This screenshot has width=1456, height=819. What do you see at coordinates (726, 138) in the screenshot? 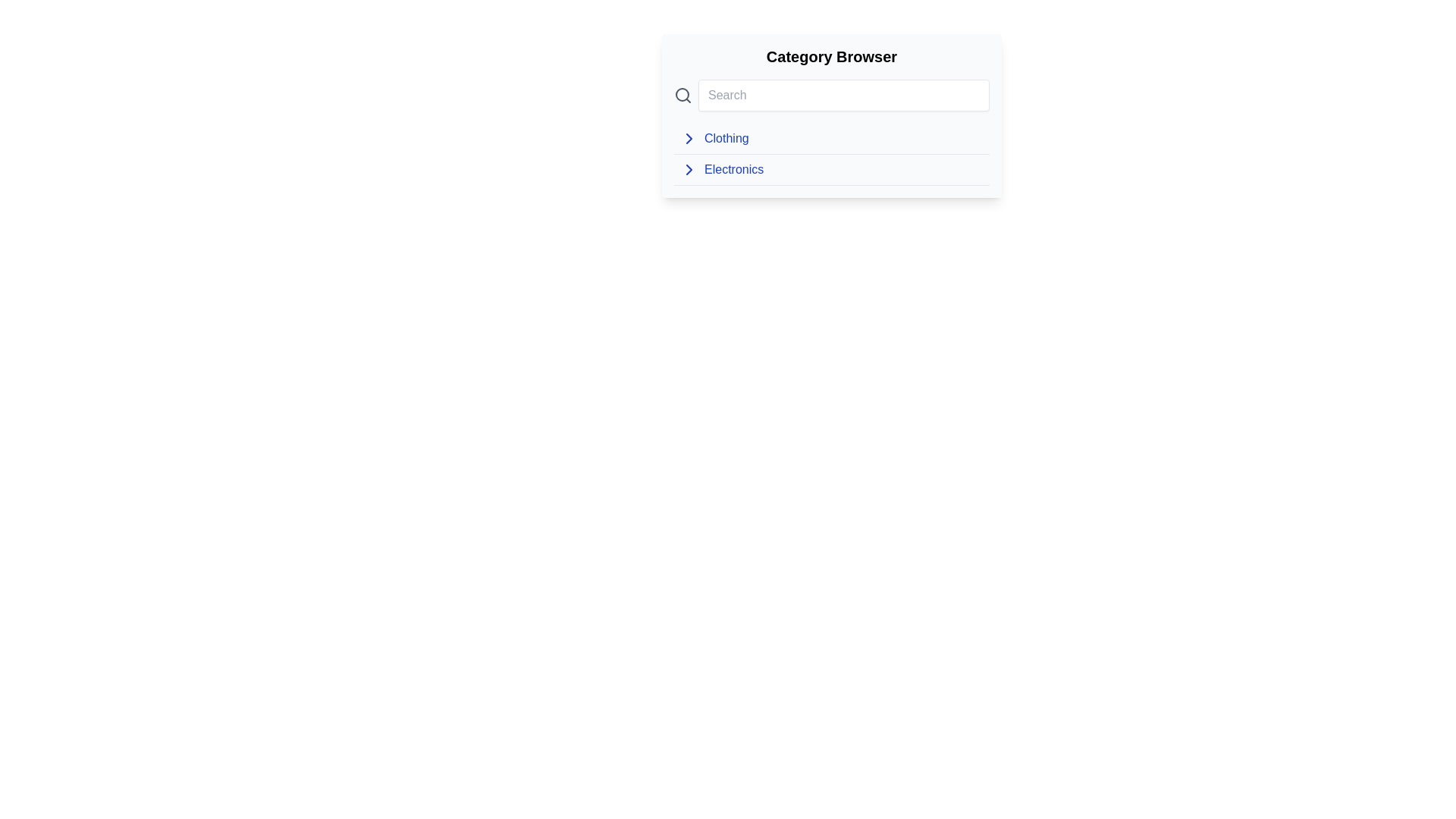
I see `text label displaying 'Clothing' in blue-colored, medium-weight font, which is positioned to the right of a chevron icon within the 'Category Browser' panel` at bounding box center [726, 138].